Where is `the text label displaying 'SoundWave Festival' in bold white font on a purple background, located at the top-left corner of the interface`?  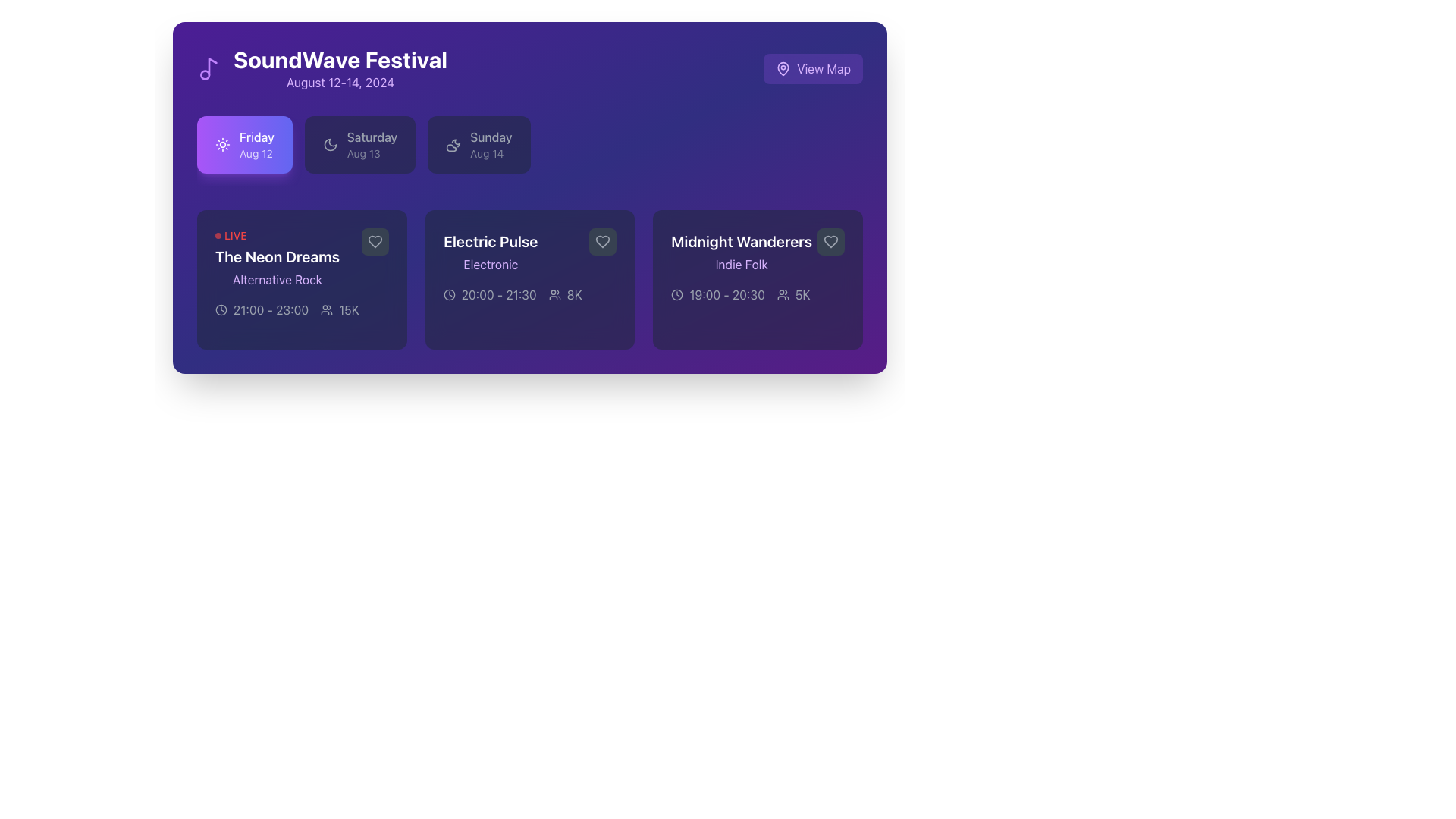
the text label displaying 'SoundWave Festival' in bold white font on a purple background, located at the top-left corner of the interface is located at coordinates (340, 58).